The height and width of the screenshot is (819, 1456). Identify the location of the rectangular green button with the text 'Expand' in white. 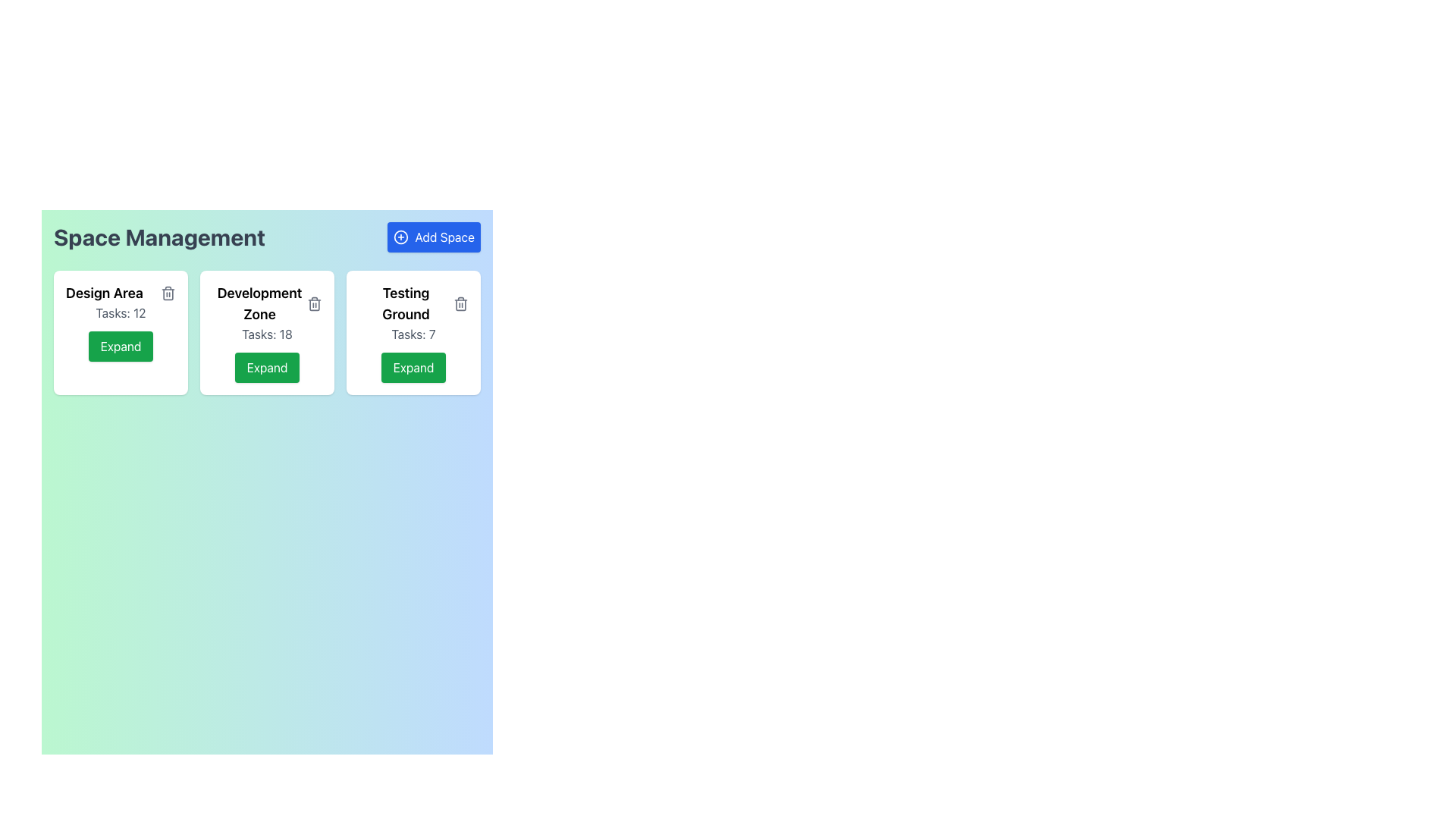
(413, 368).